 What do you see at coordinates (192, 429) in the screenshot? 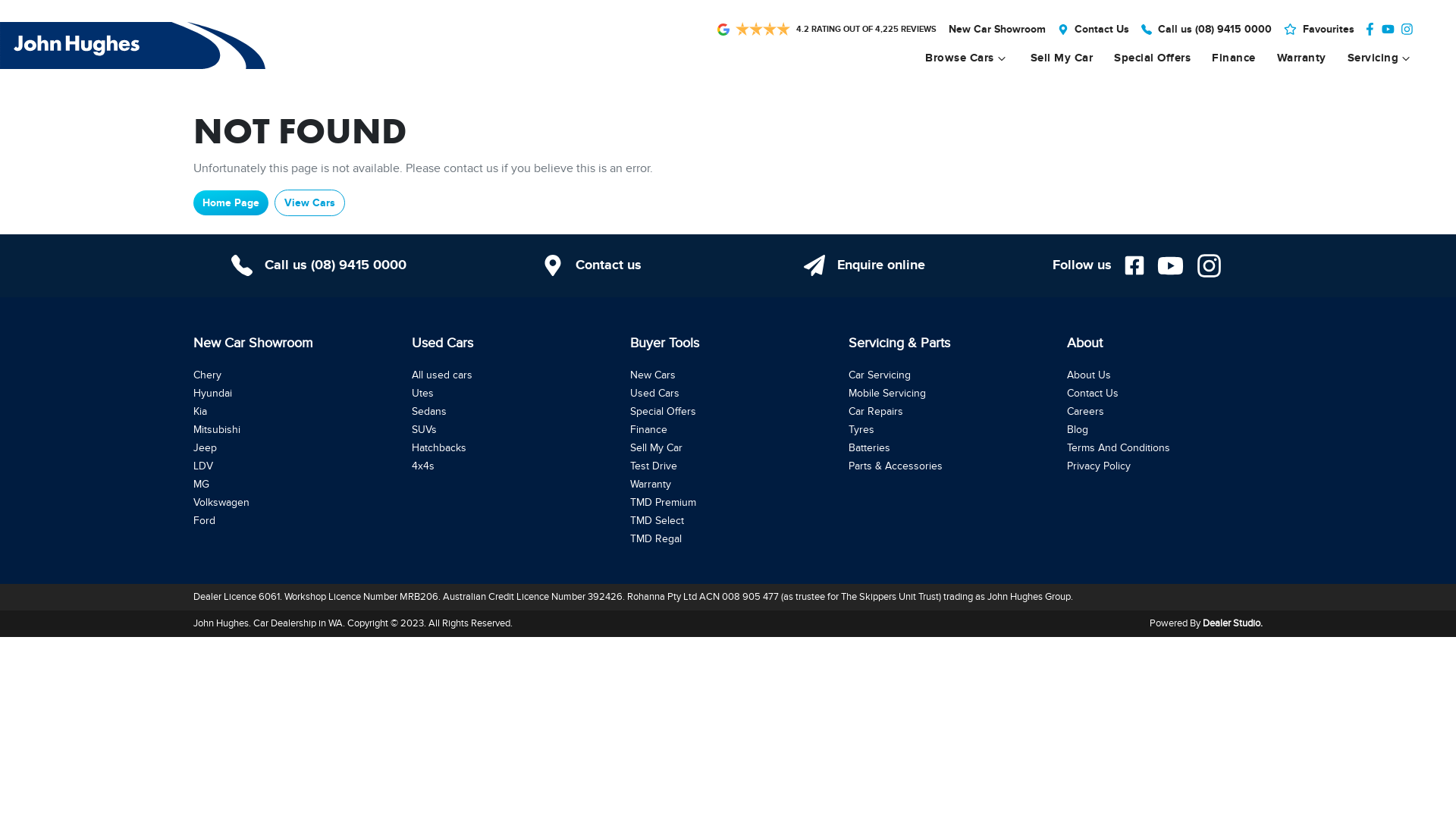
I see `'Mitsubishi'` at bounding box center [192, 429].